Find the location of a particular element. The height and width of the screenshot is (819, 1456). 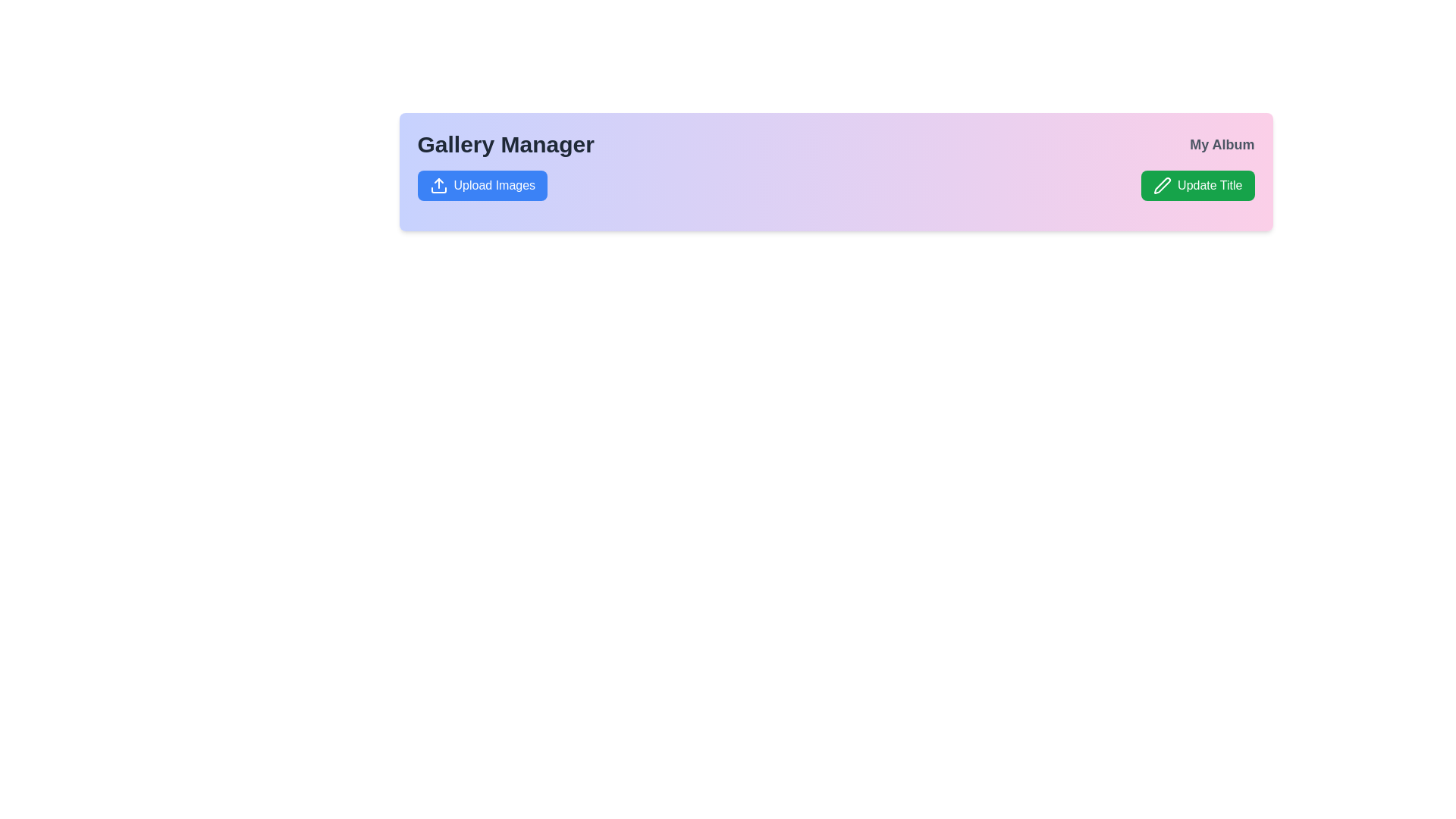

the 'Upload Images' button, which features an upload icon positioned to the left of the text label, to trigger the upload functionality is located at coordinates (438, 185).